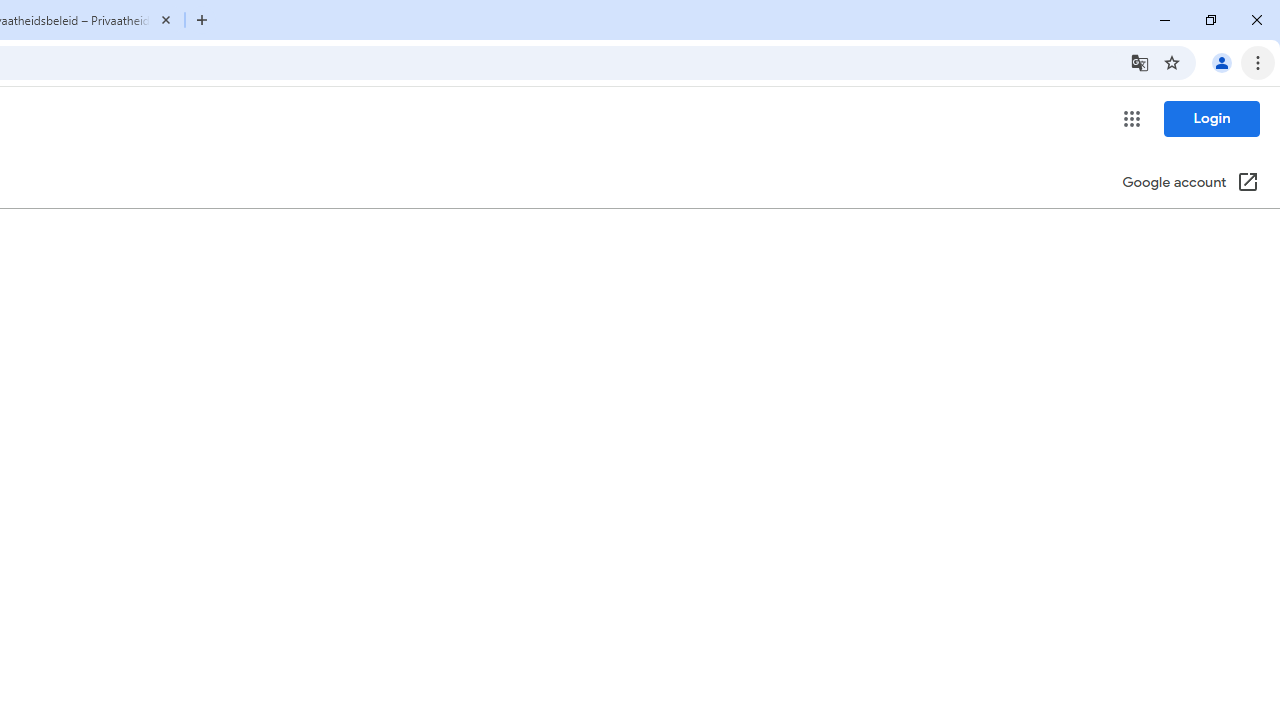  What do you see at coordinates (1210, 118) in the screenshot?
I see `'Login'` at bounding box center [1210, 118].